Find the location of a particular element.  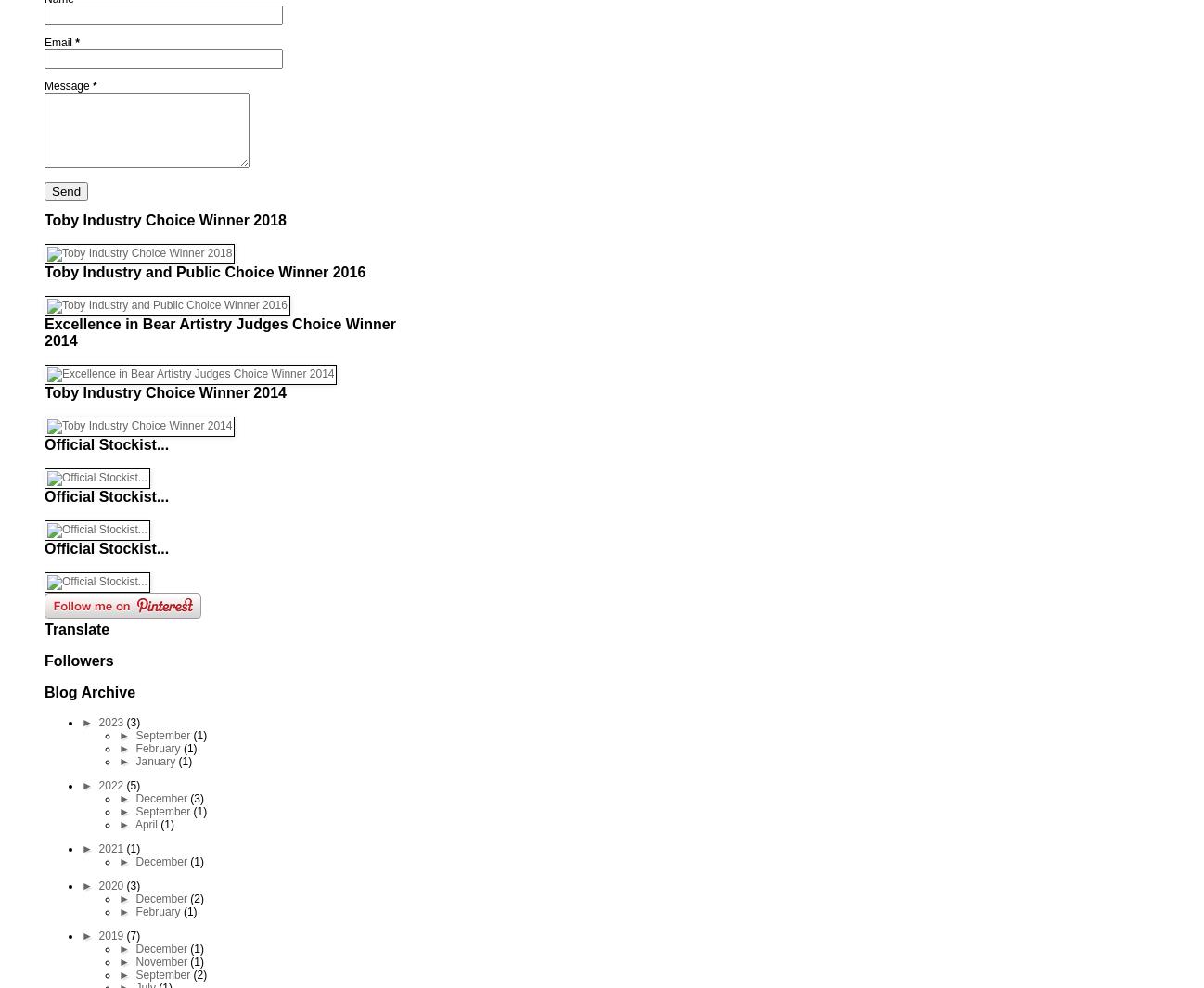

'2019' is located at coordinates (111, 935).